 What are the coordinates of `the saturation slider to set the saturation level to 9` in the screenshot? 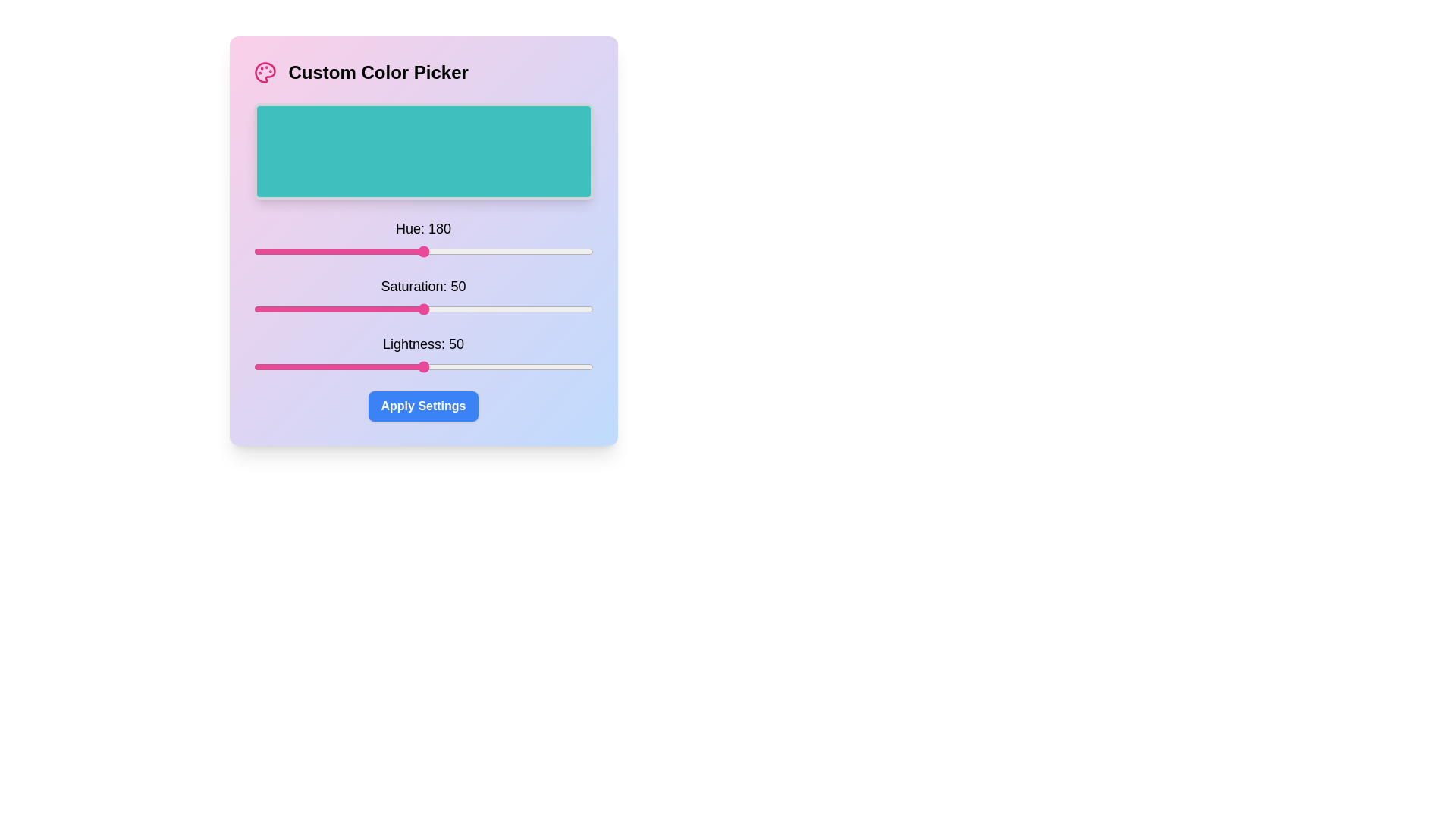 It's located at (284, 309).